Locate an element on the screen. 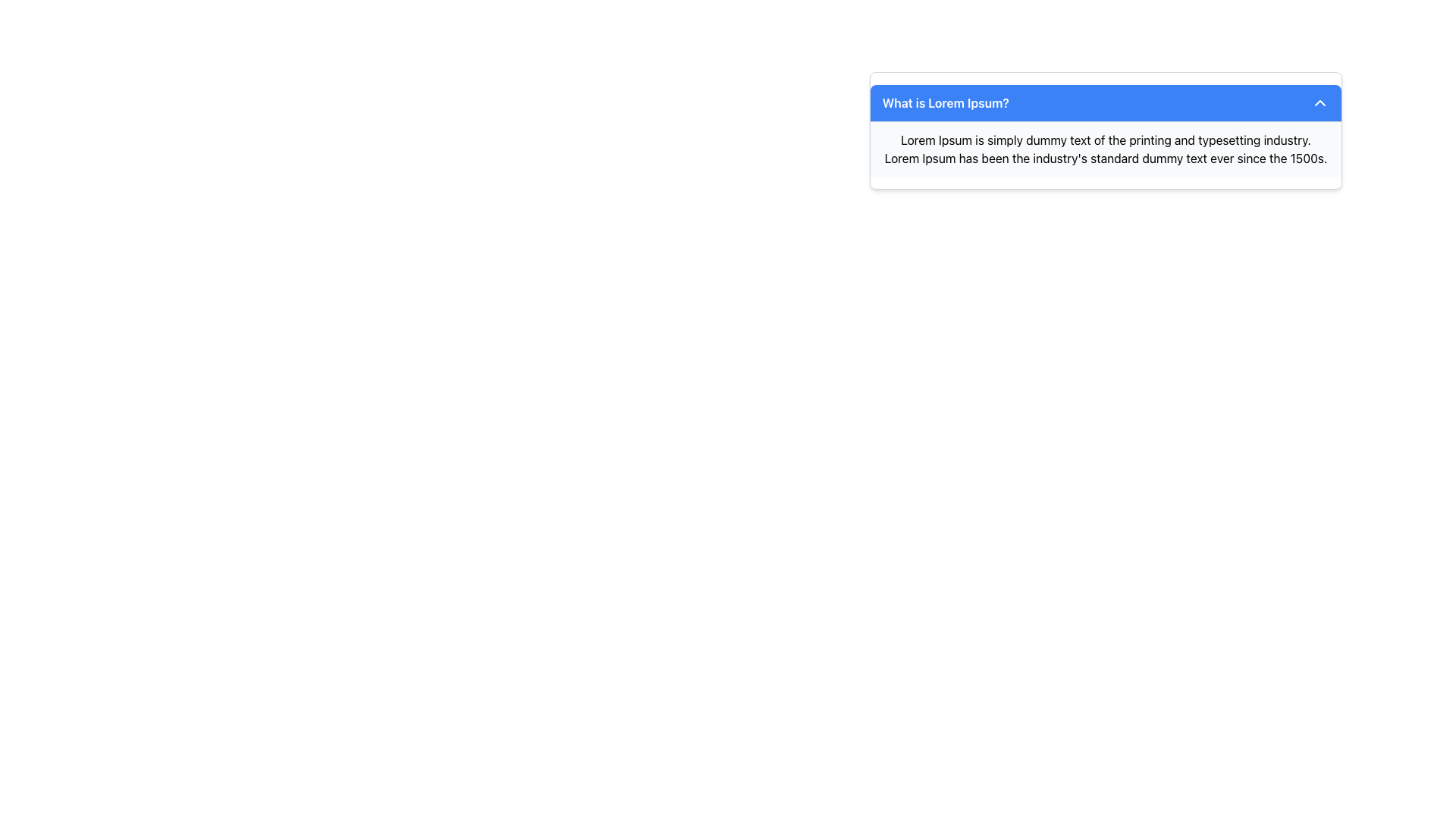 The image size is (1456, 819). the upward-pointing arrow-shaped icon located in the upper-right corner of the blue header bar of the 'What is Lorem Ipsum?' information box is located at coordinates (1319, 102).